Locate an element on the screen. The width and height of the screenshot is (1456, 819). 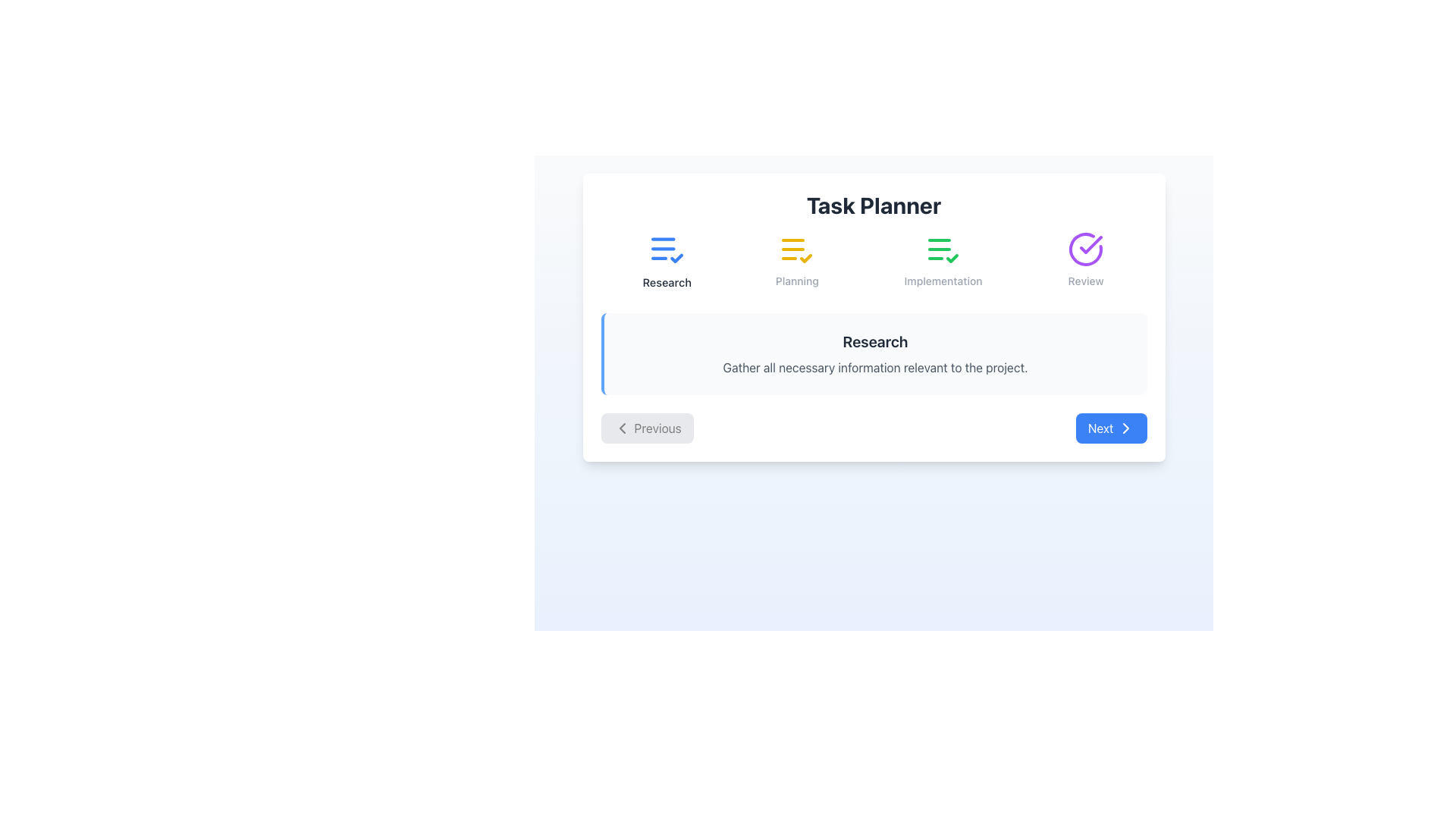
the 'chevron right' SVG icon located in the lower-right corner of the interface, adjacent to the 'Next' button, which serves as a visual indicator for forward movement is located at coordinates (1125, 428).